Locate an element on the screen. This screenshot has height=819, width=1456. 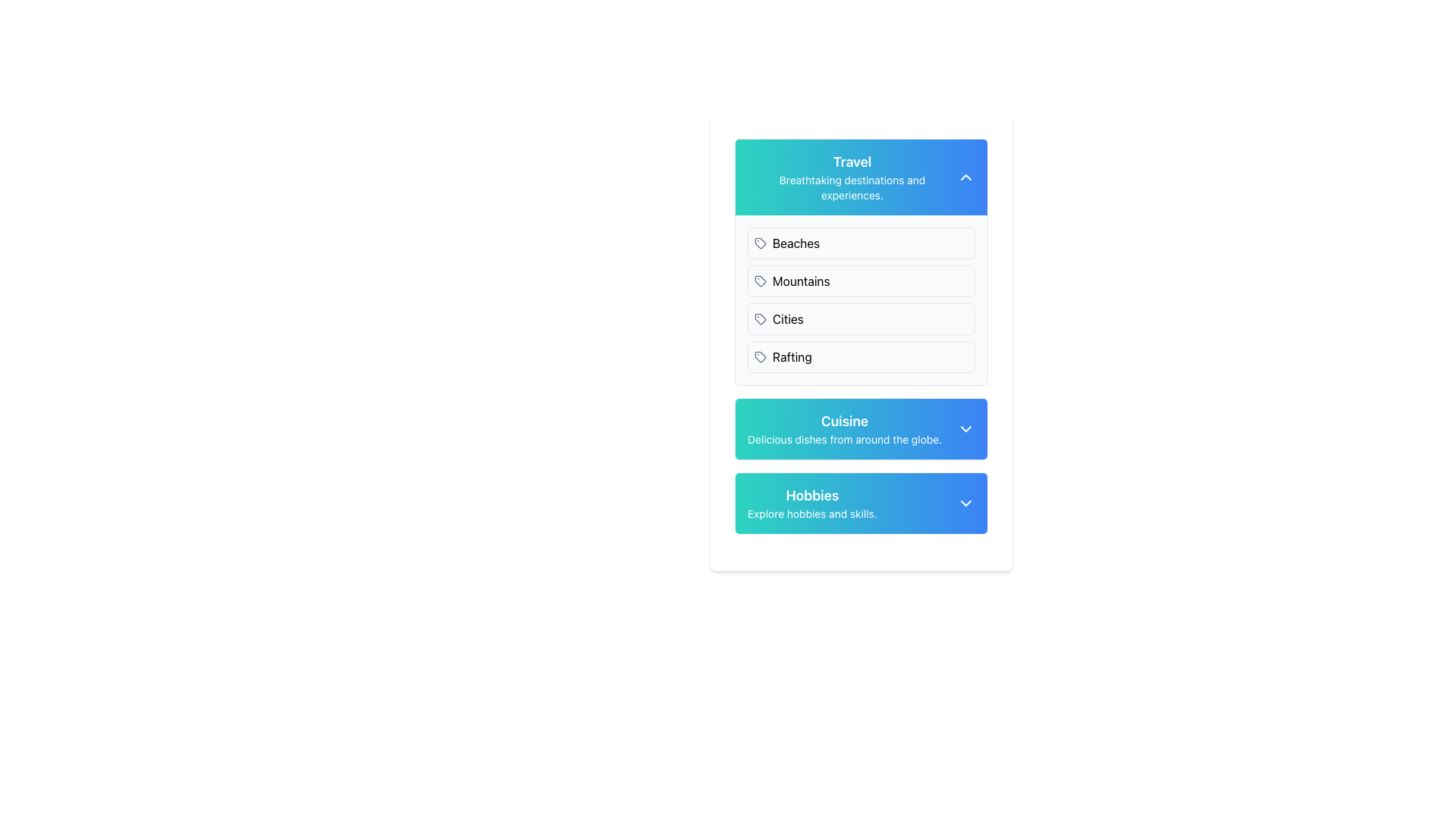
the 'Mountains' text label, which is the second option in the vertically stacked list of selectable tags under the 'Travel' section, positioned between 'Beaches' and 'Cities' is located at coordinates (800, 281).